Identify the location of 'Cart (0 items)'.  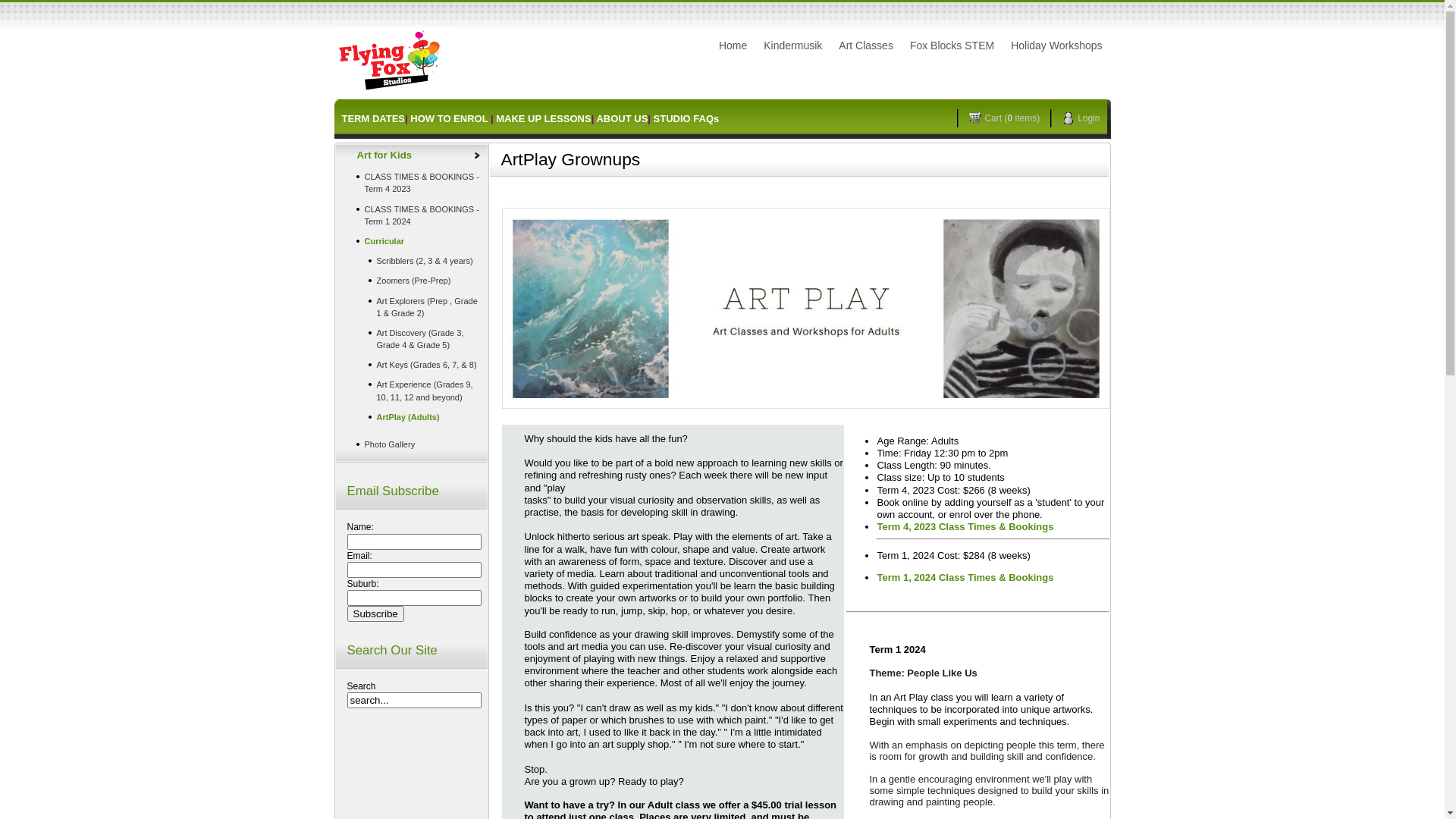
(1009, 117).